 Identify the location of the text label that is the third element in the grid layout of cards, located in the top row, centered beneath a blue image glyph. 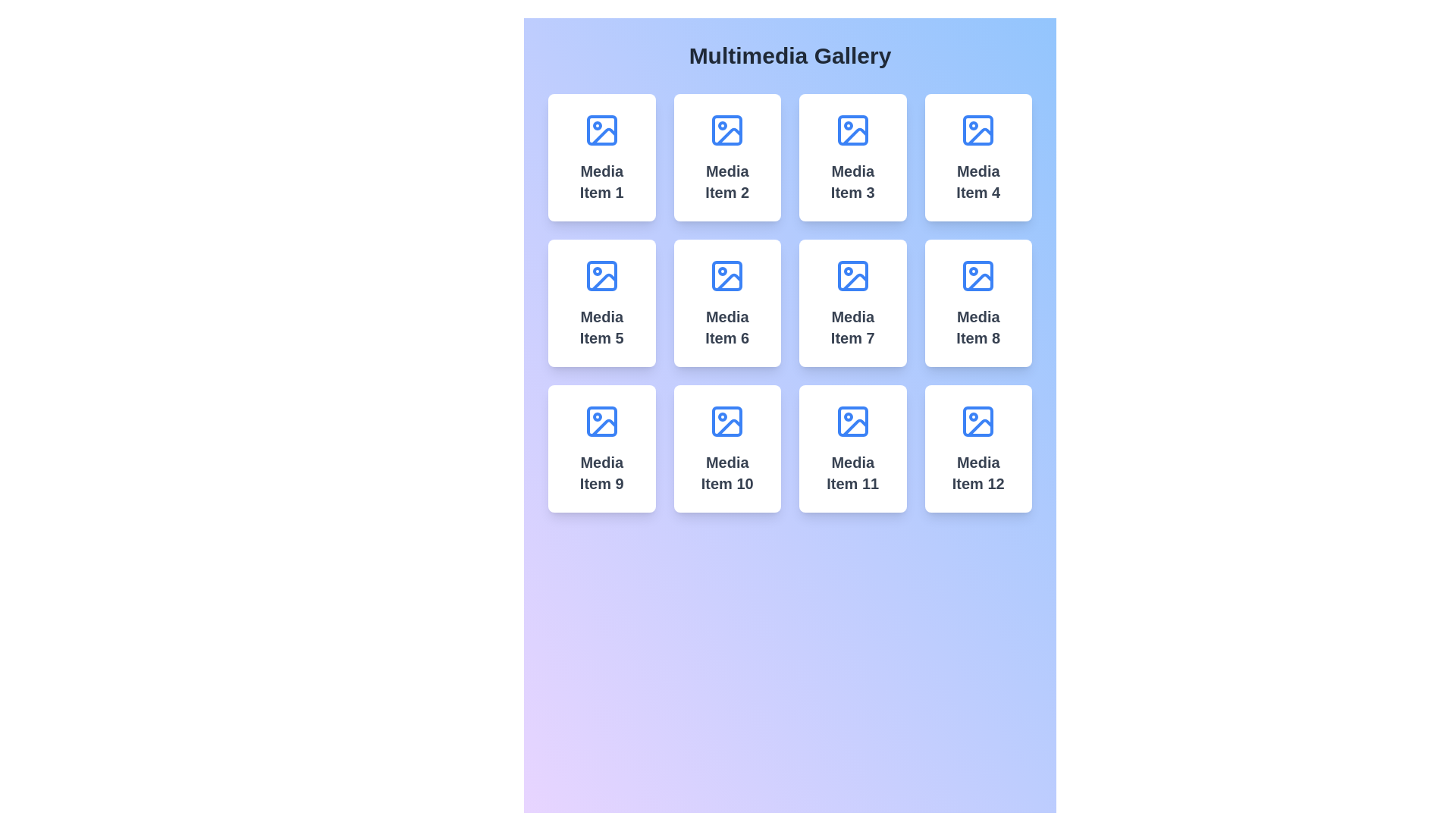
(852, 180).